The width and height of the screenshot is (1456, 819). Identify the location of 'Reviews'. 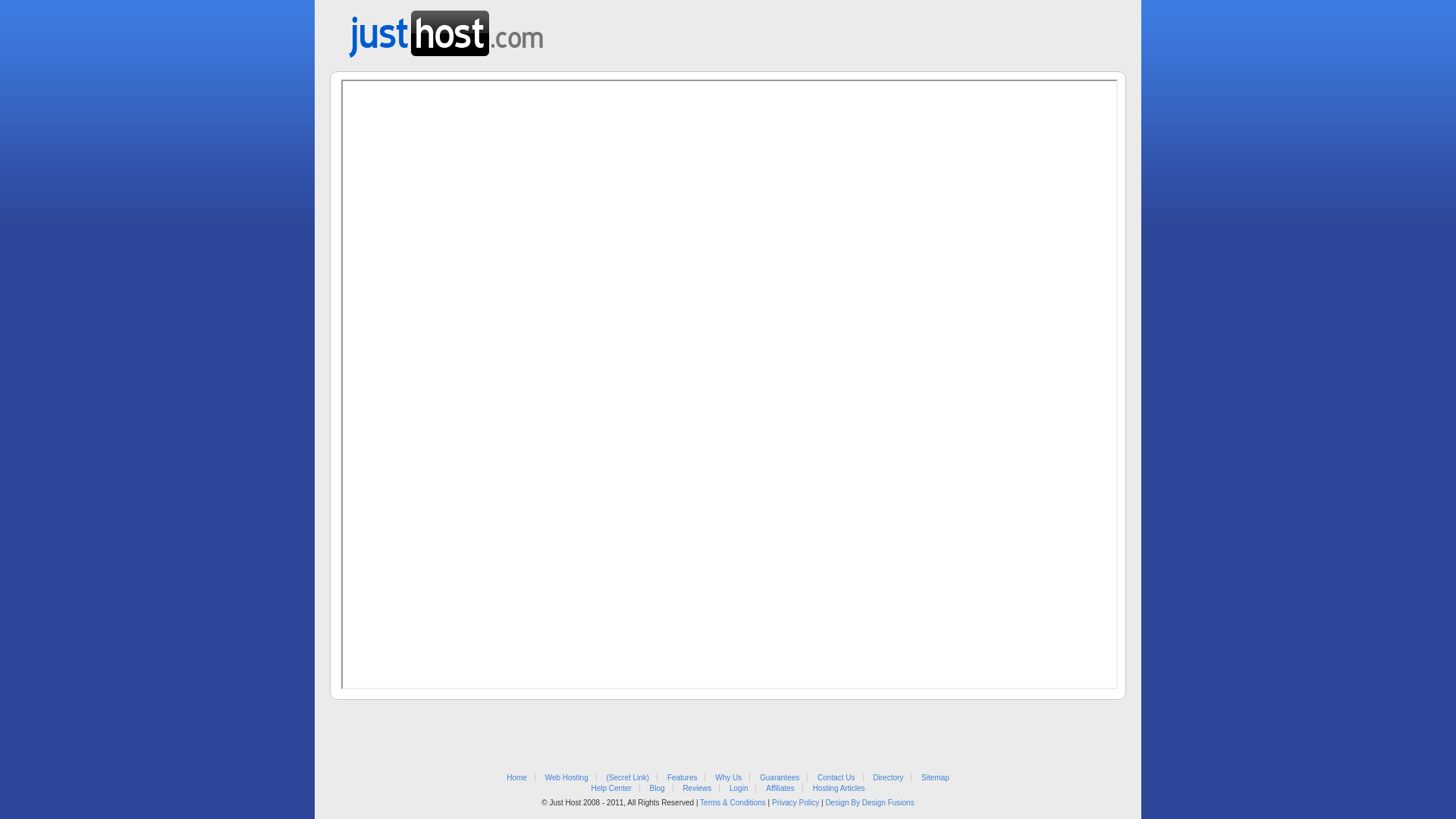
(695, 787).